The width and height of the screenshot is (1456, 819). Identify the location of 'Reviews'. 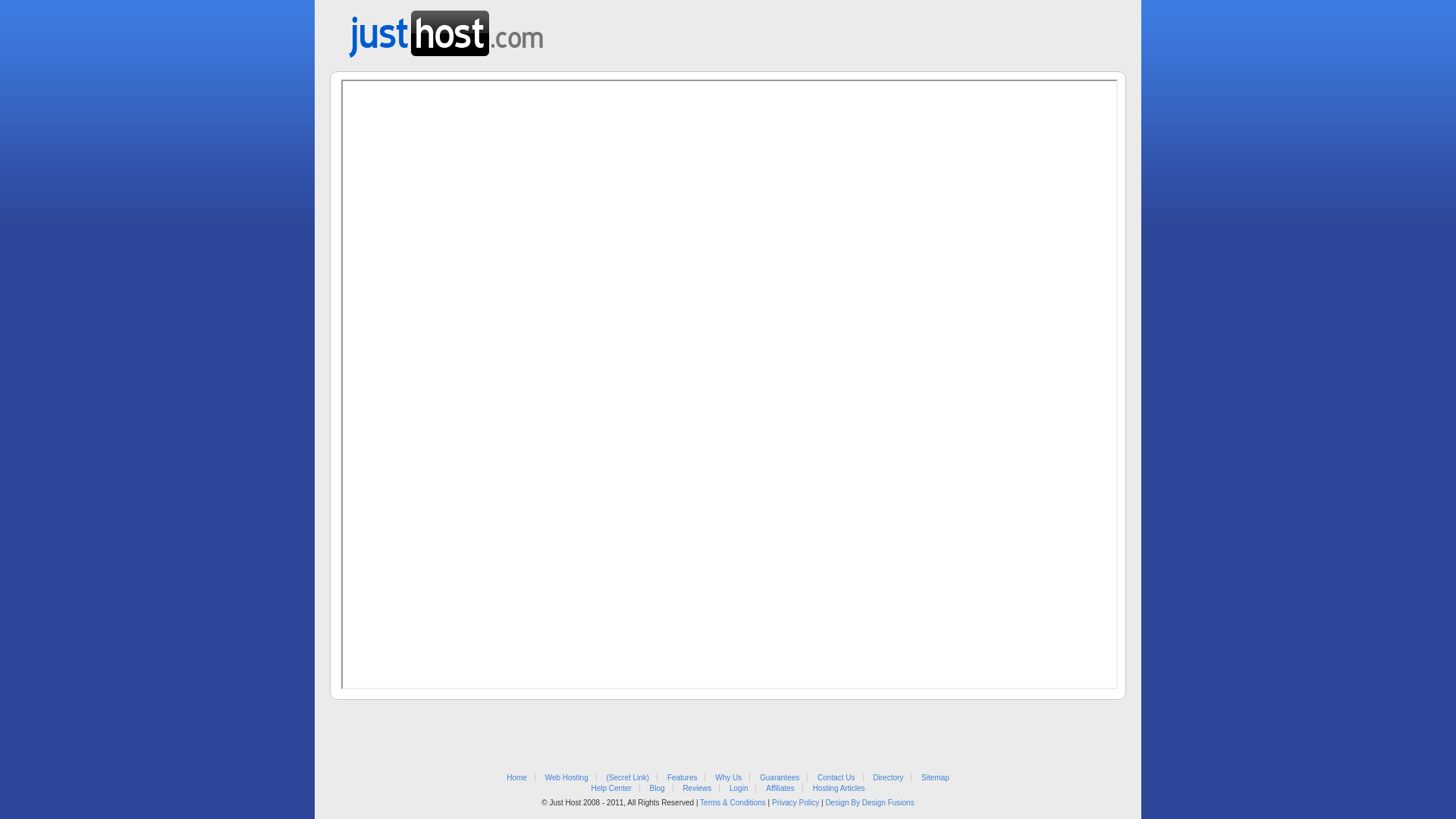
(695, 787).